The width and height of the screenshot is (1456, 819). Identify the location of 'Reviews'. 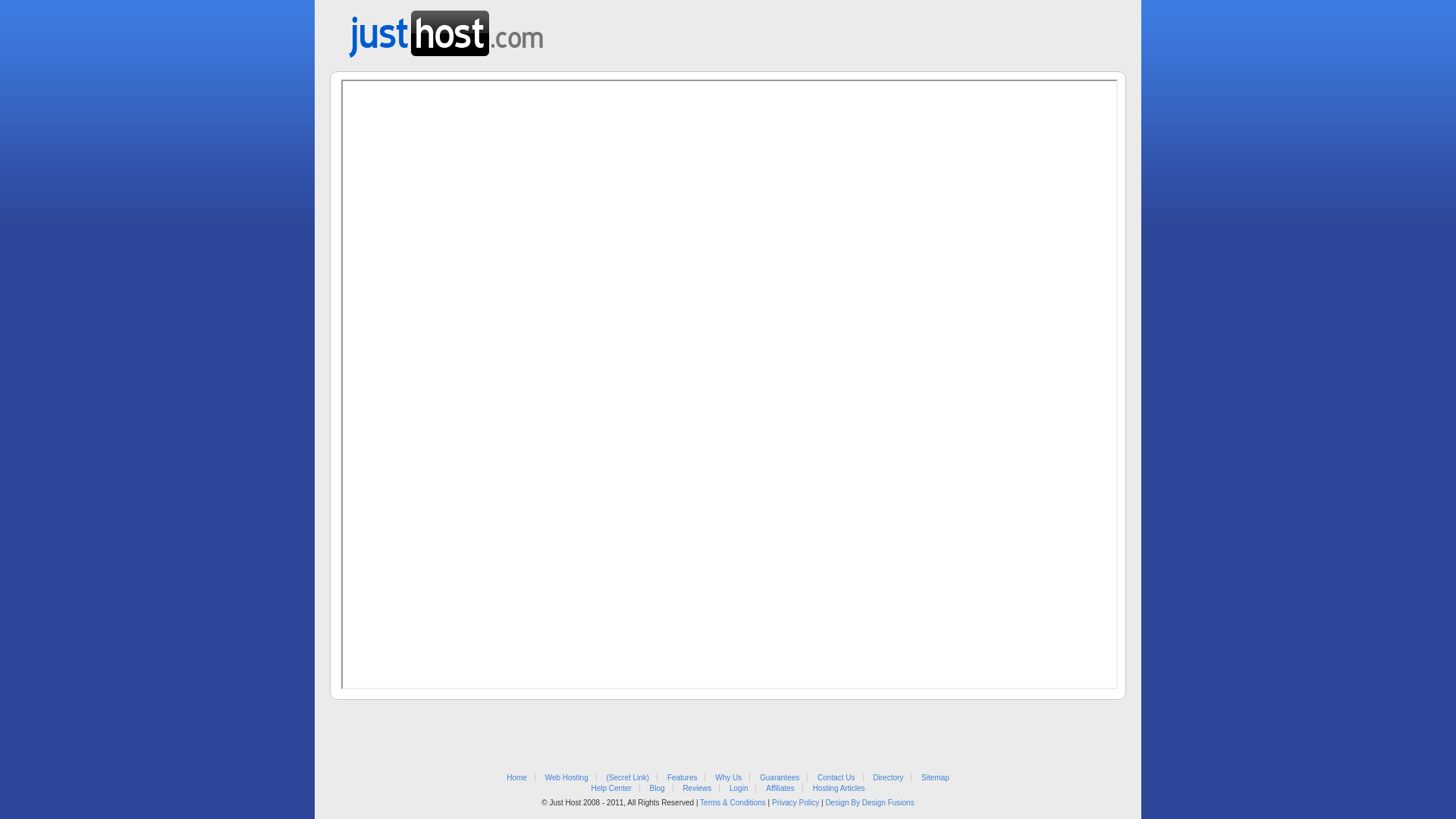
(695, 787).